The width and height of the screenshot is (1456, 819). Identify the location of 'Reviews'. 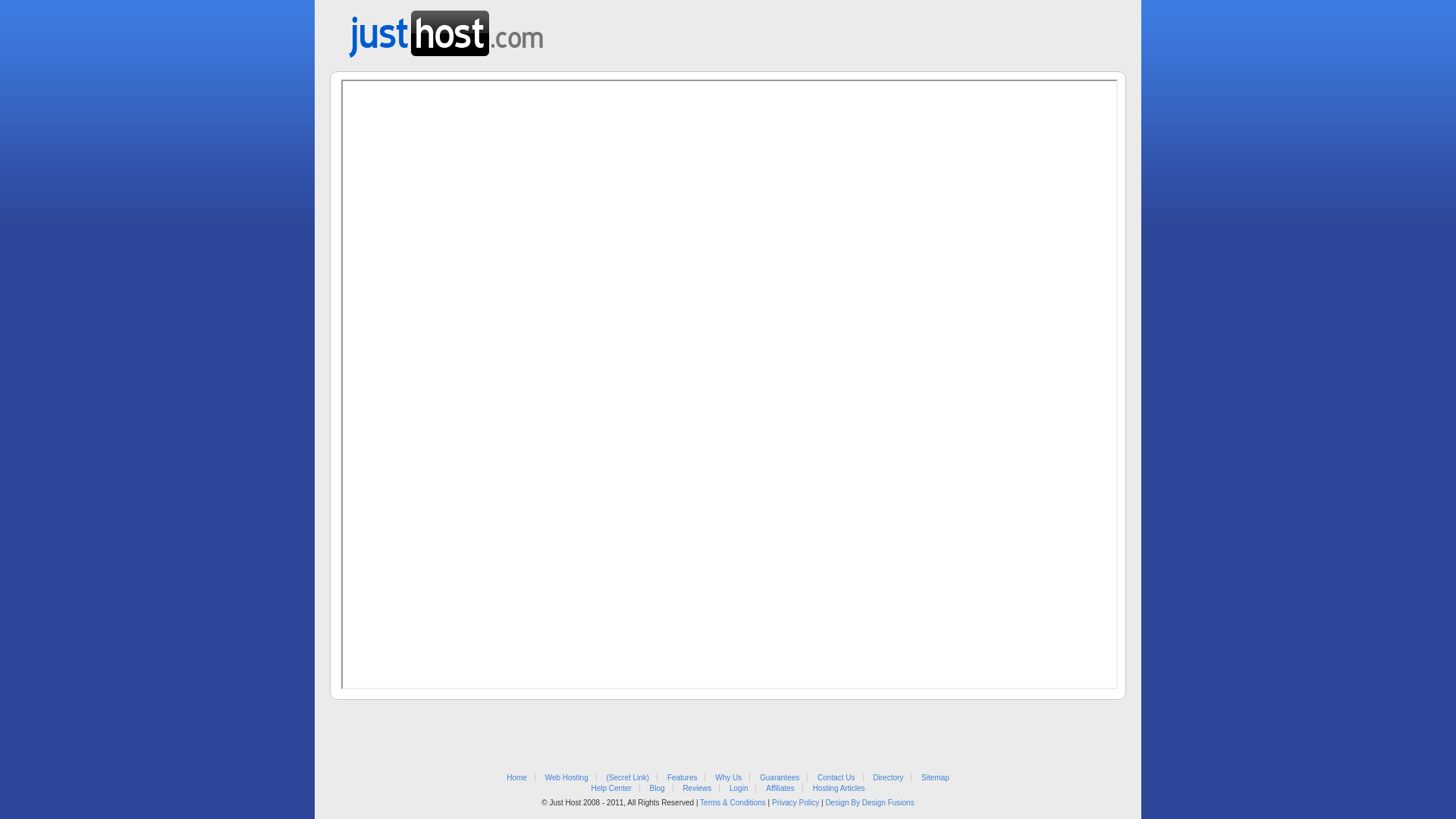
(695, 787).